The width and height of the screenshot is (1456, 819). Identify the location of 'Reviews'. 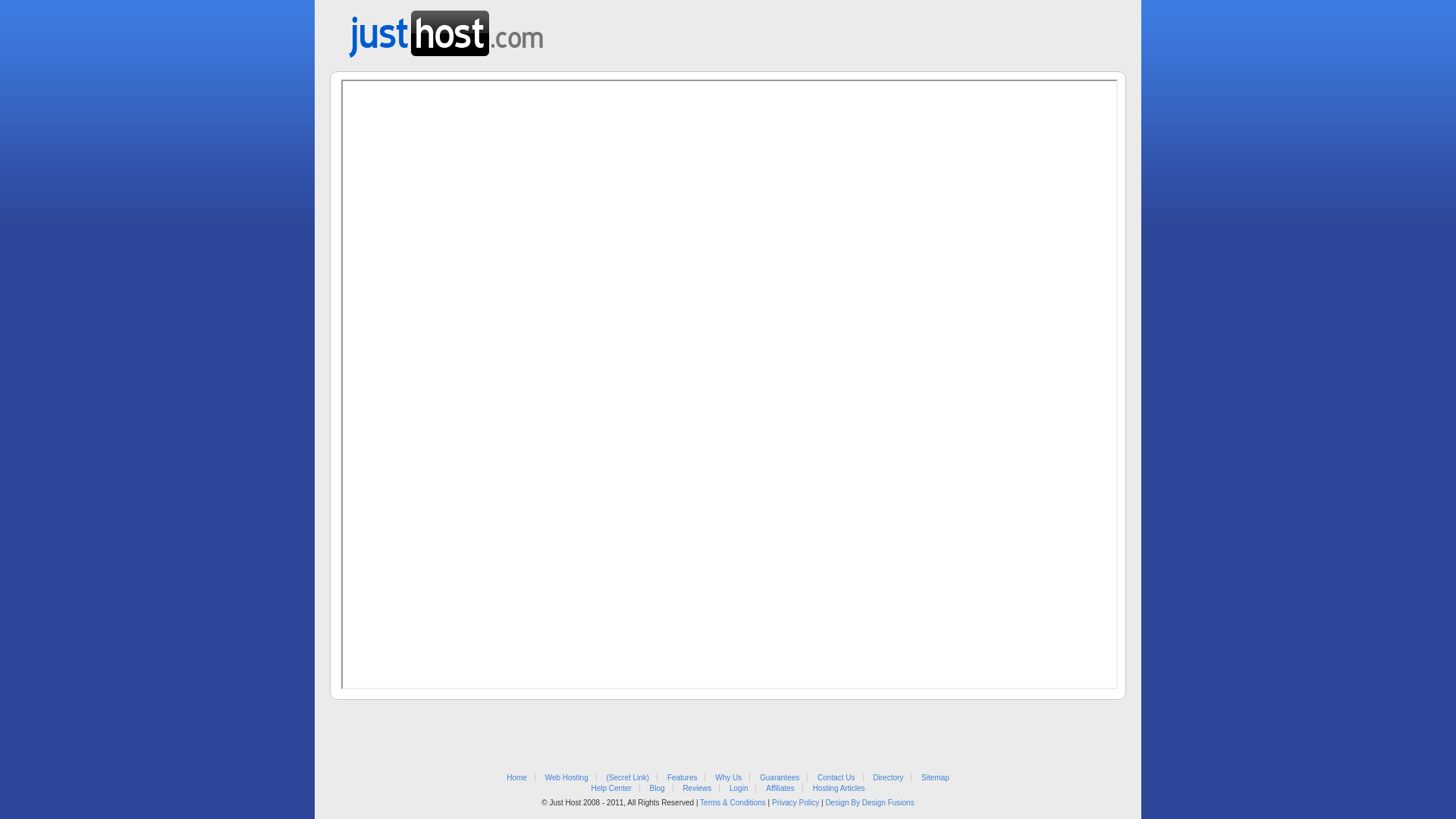
(695, 787).